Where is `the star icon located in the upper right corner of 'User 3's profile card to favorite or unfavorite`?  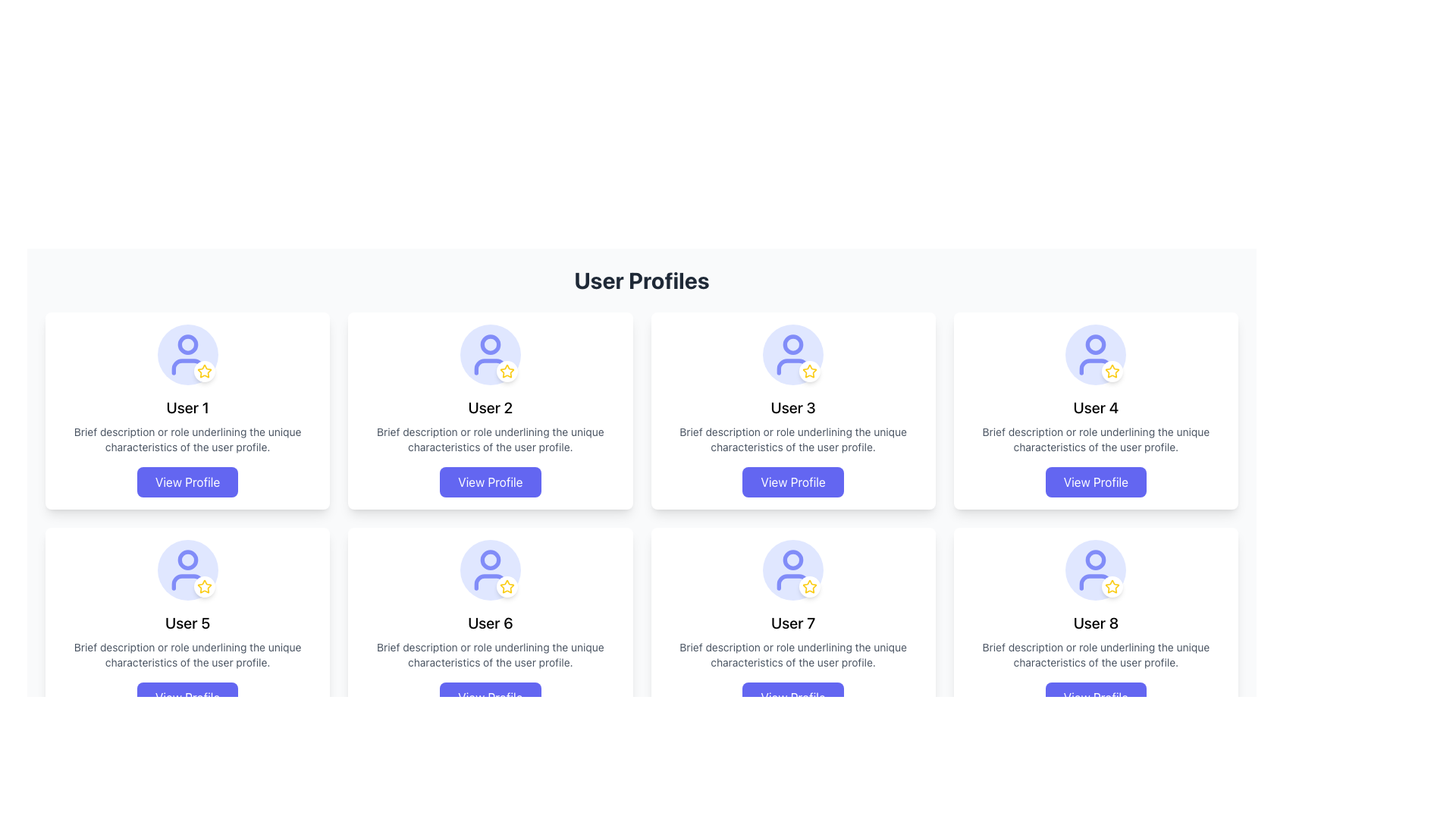 the star icon located in the upper right corner of 'User 3's profile card to favorite or unfavorite is located at coordinates (809, 371).